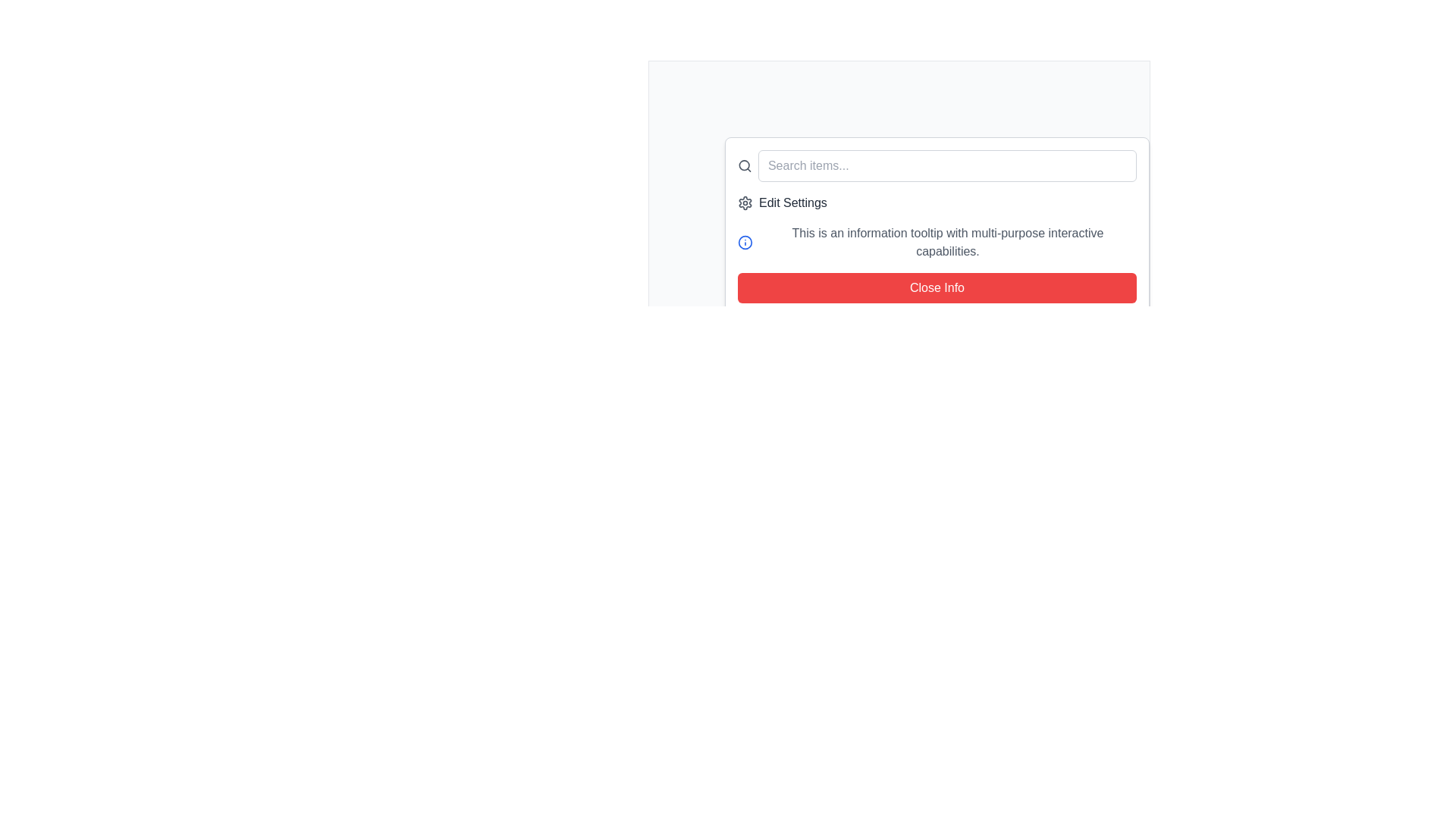 This screenshot has width=1456, height=819. What do you see at coordinates (744, 165) in the screenshot?
I see `the circular part of the magnifying glass icon, which is positioned in the top-left corner of the card interface` at bounding box center [744, 165].